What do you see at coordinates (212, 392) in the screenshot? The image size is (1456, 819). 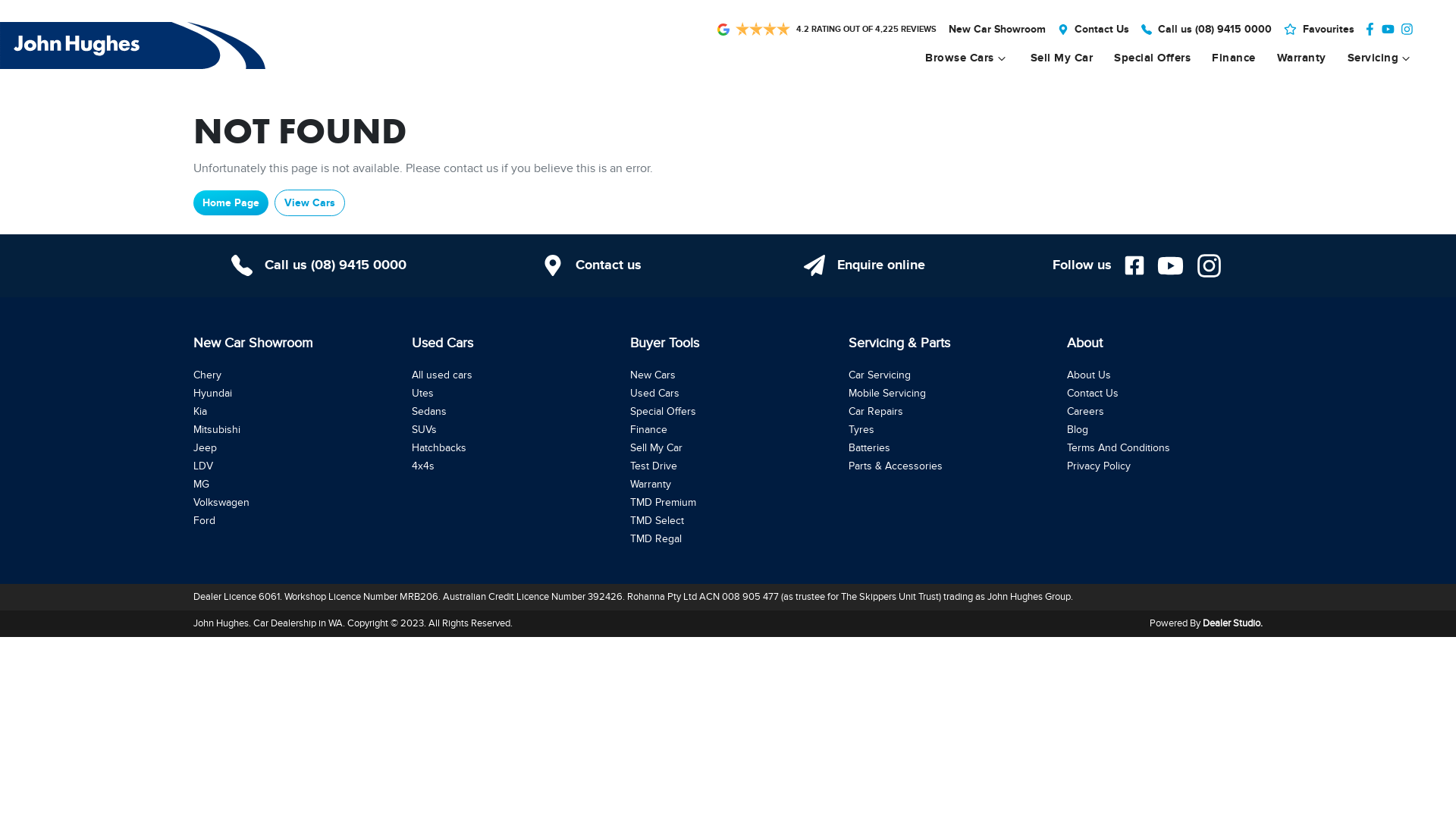 I see `'Hyundai'` at bounding box center [212, 392].